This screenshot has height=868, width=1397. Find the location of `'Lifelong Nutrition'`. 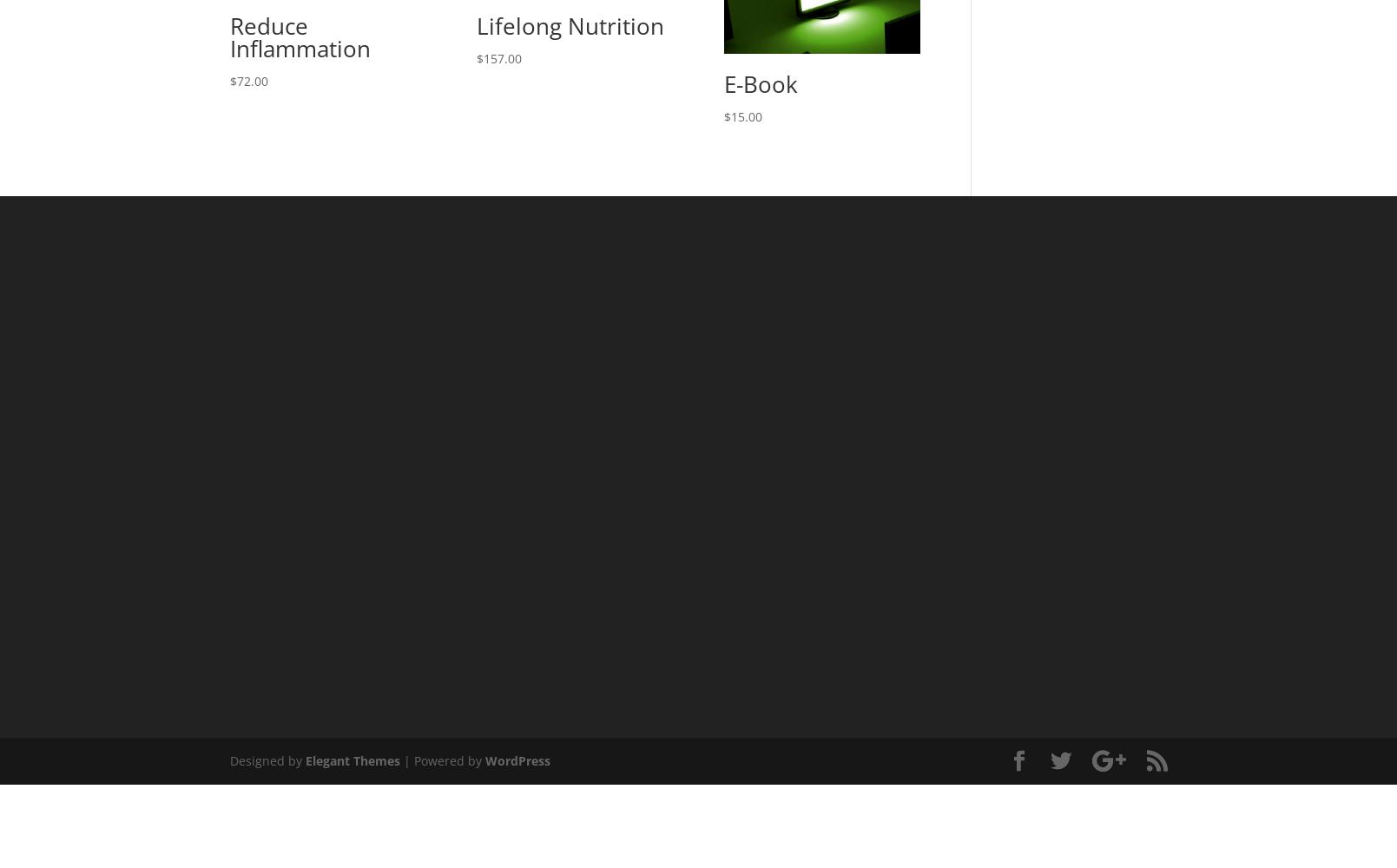

'Lifelong Nutrition' is located at coordinates (569, 26).